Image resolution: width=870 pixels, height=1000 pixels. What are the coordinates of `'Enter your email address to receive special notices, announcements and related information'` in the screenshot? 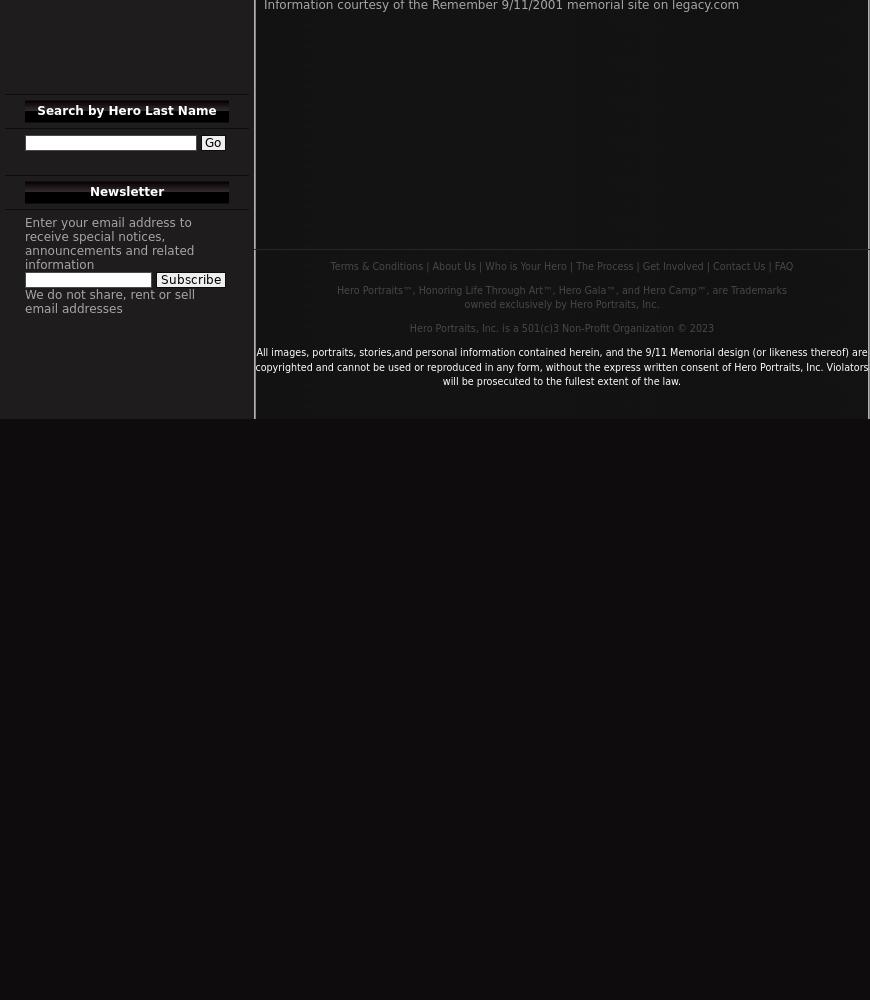 It's located at (108, 243).